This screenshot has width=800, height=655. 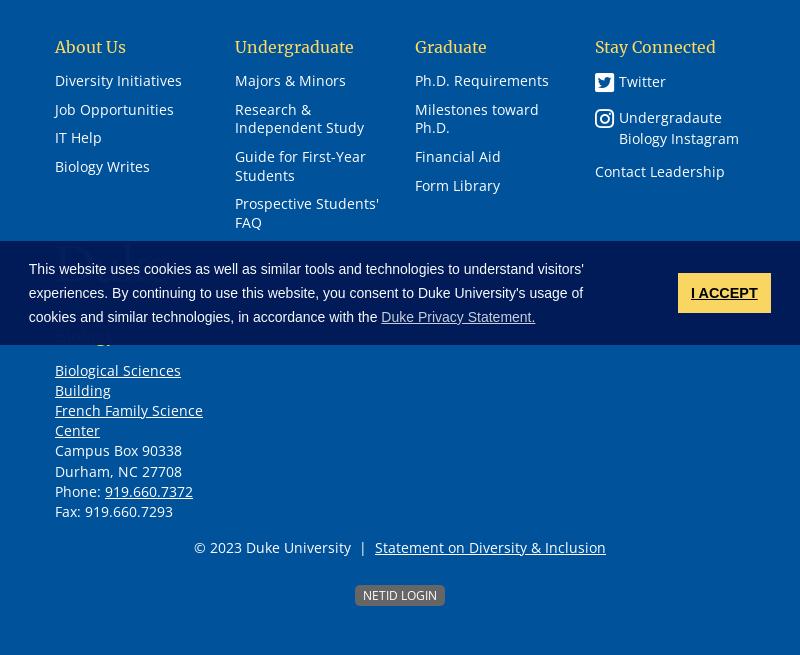 I want to click on 'Biology Writes', so click(x=101, y=165).